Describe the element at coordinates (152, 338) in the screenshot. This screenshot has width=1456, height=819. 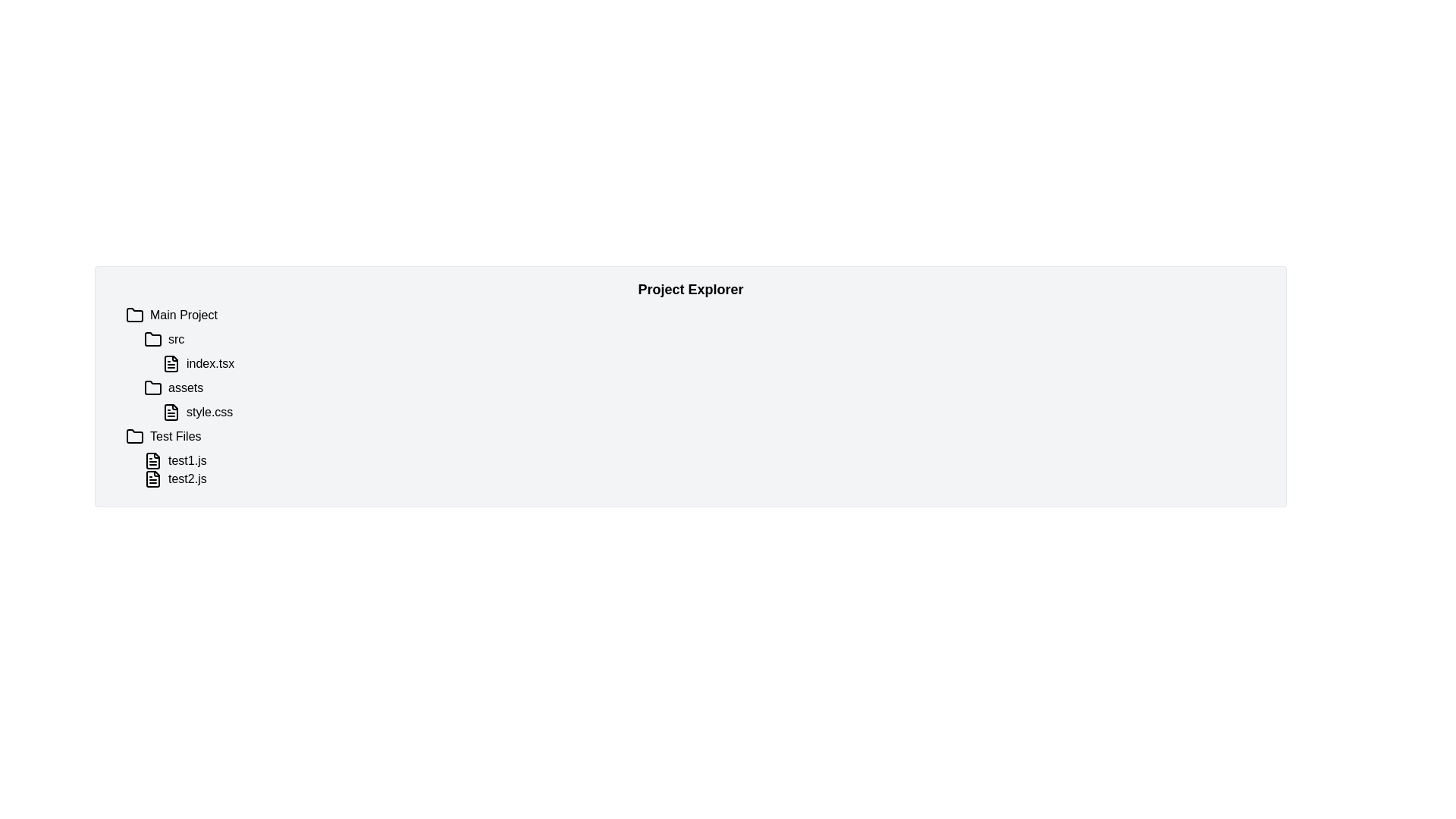
I see `the folder icon representing the 'src' directory` at that location.